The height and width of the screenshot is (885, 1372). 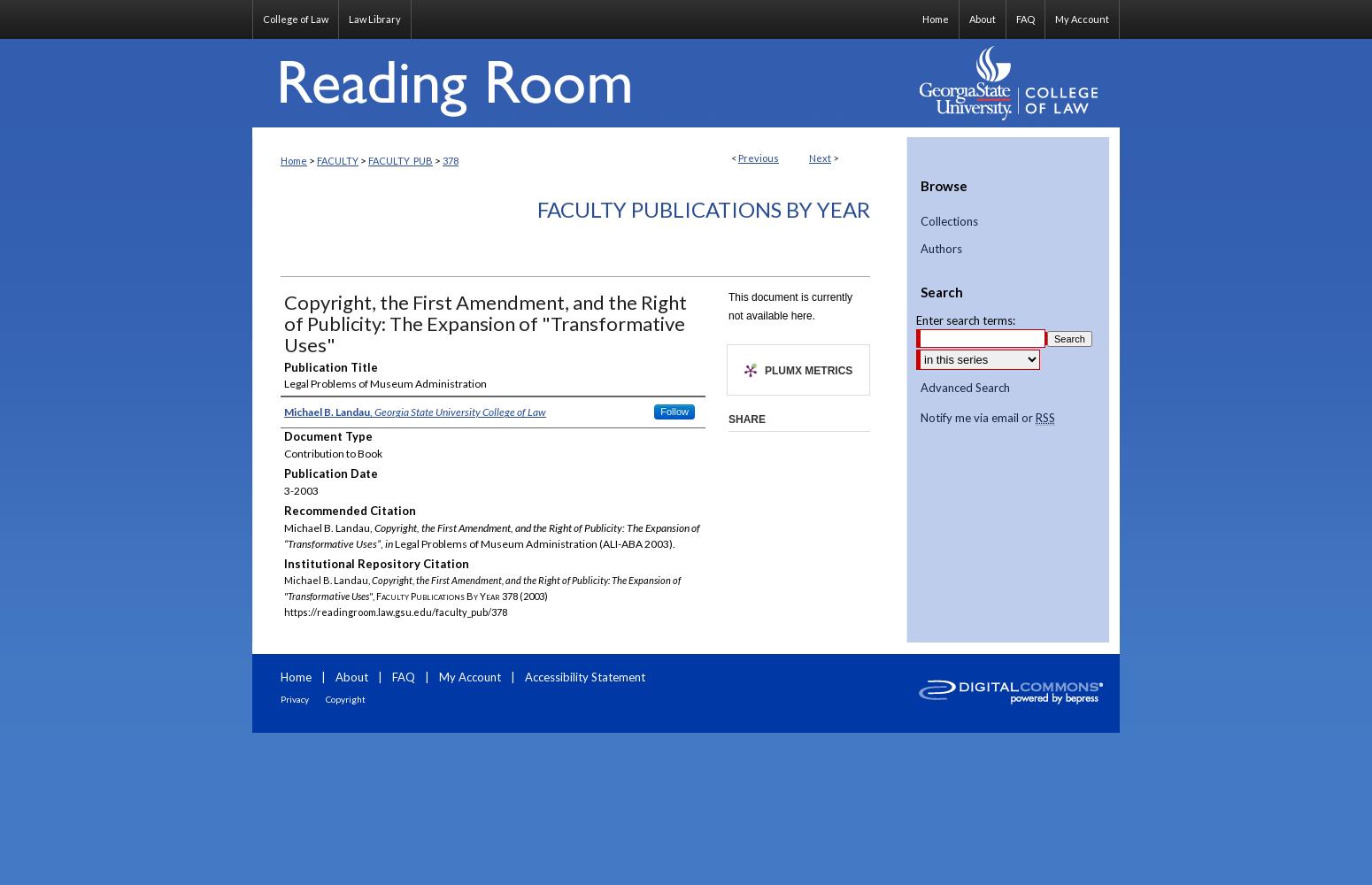 What do you see at coordinates (396, 611) in the screenshot?
I see `'https://readingroom.law.gsu.edu/faculty_pub/378'` at bounding box center [396, 611].